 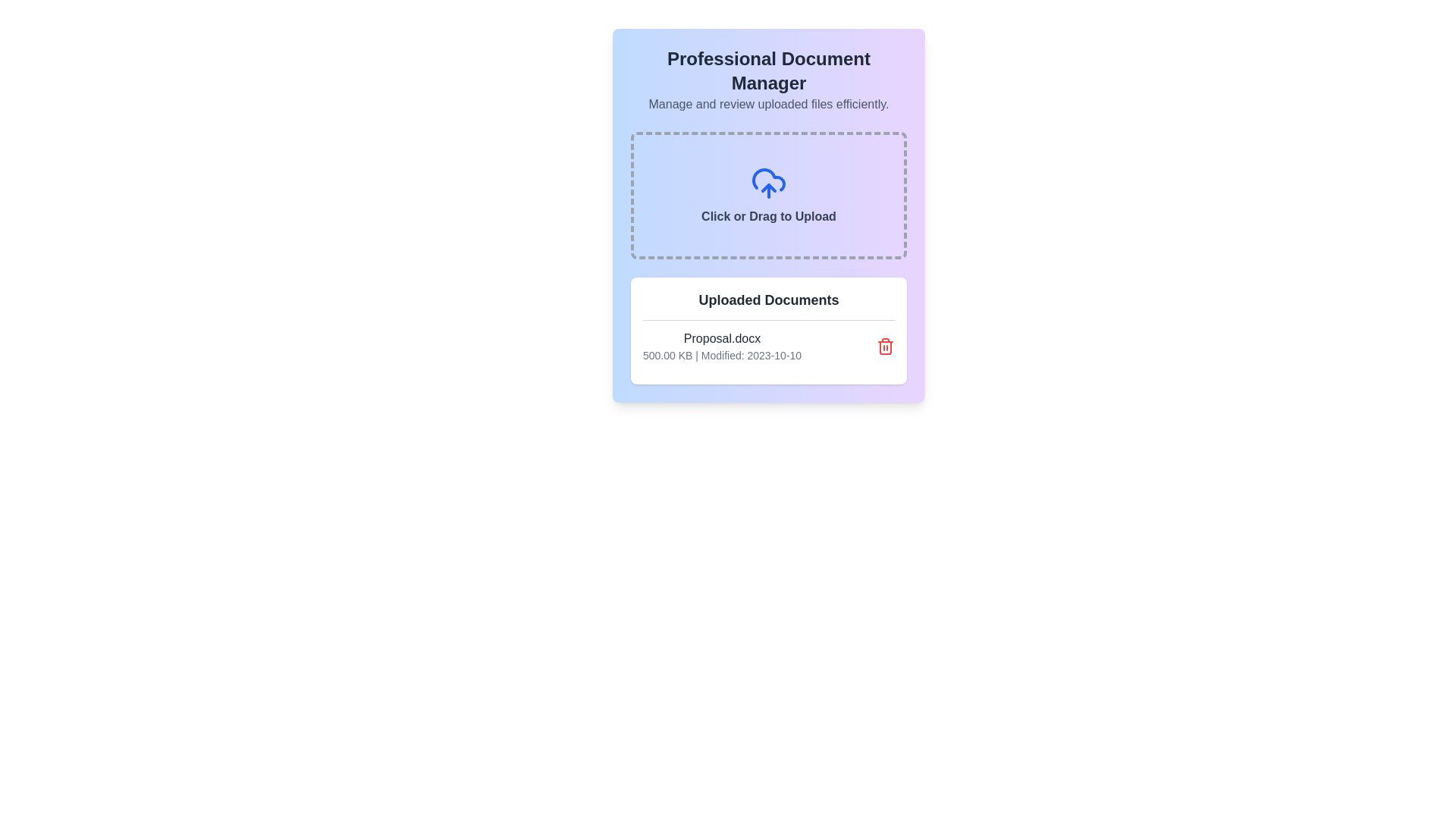 What do you see at coordinates (768, 216) in the screenshot?
I see `the descriptive text label located below the cloud icon` at bounding box center [768, 216].